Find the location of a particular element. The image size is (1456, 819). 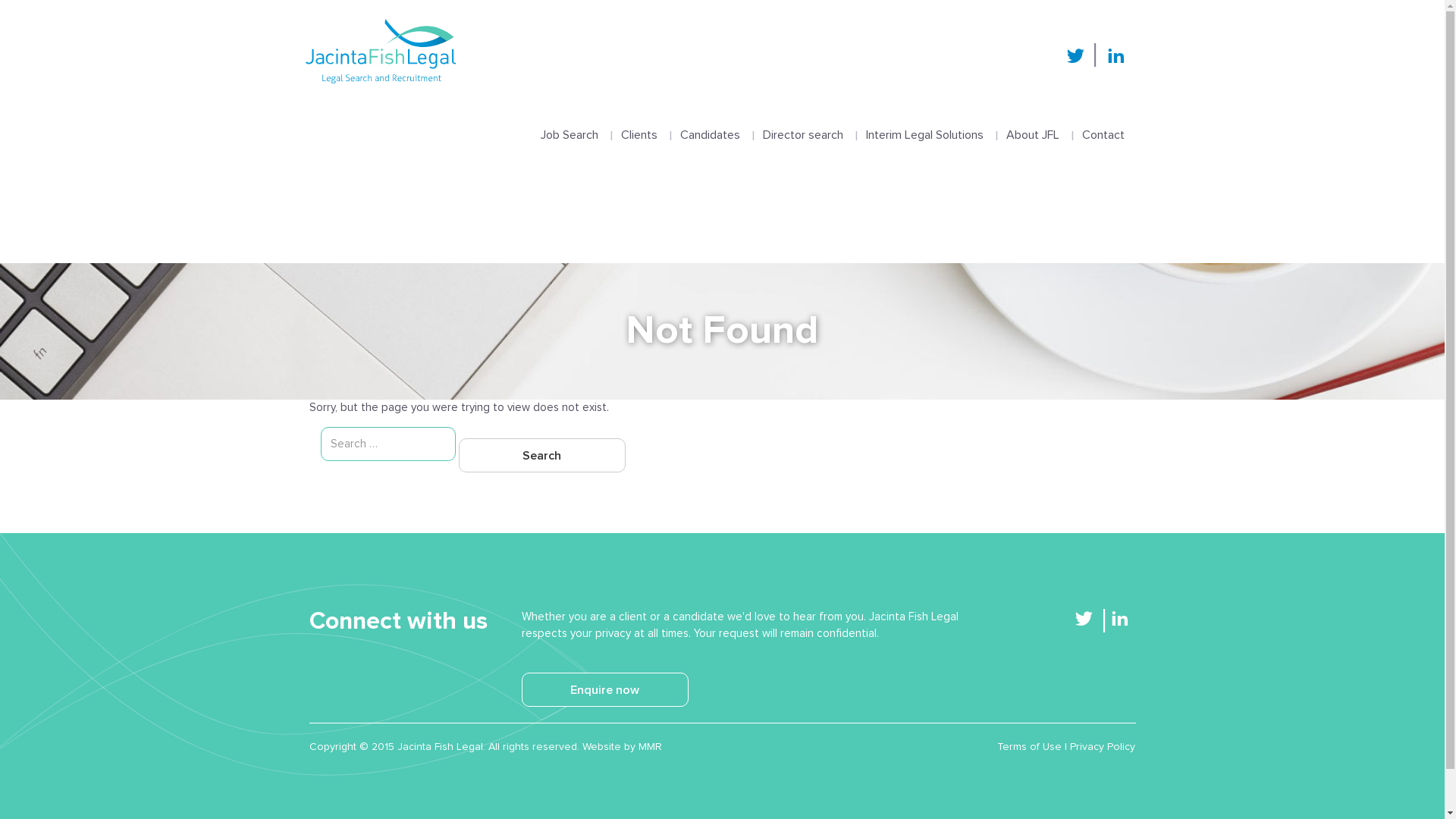

'Search' is located at coordinates (541, 454).